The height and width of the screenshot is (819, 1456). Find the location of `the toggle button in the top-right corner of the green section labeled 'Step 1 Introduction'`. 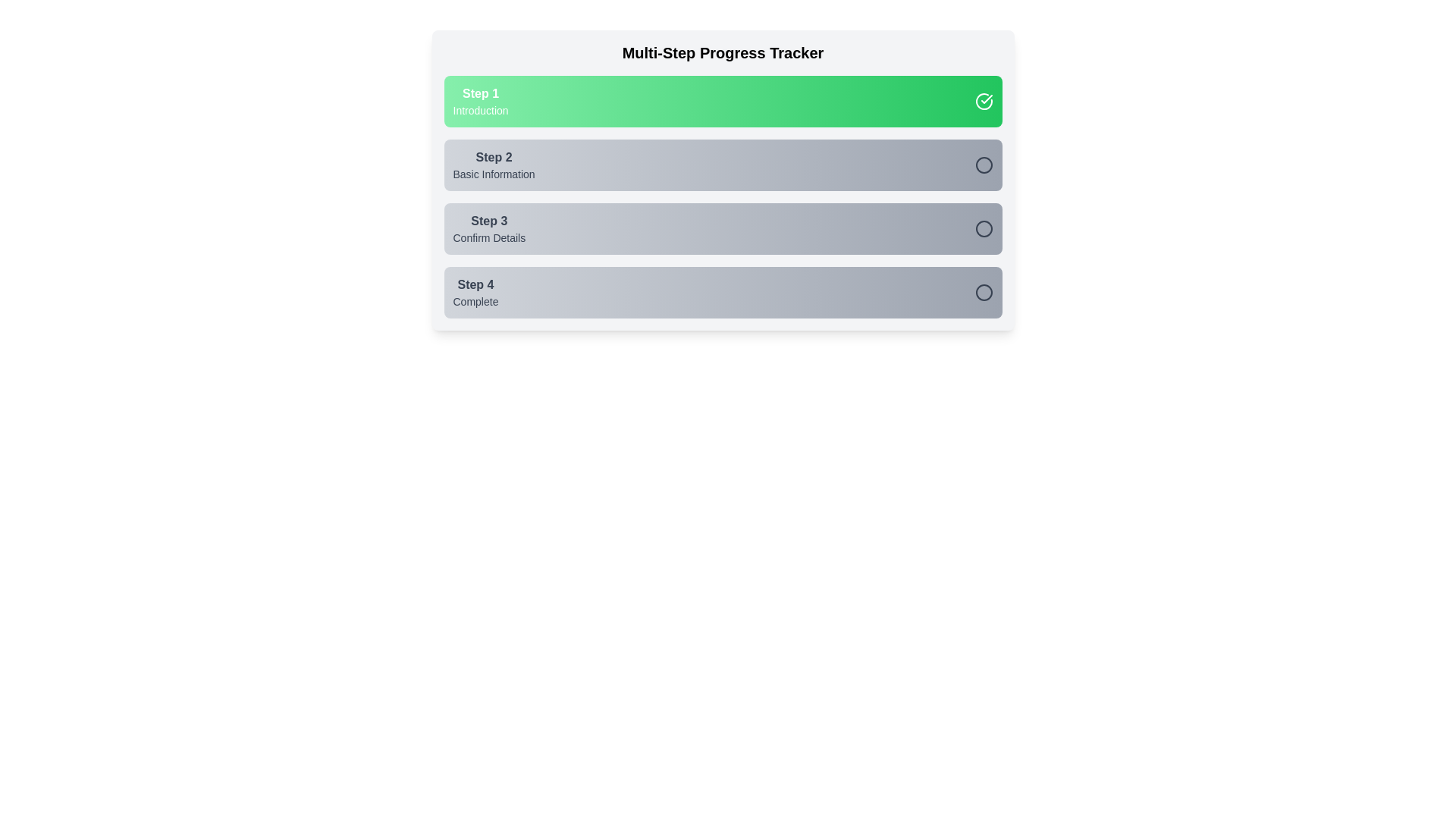

the toggle button in the top-right corner of the green section labeled 'Step 1 Introduction' is located at coordinates (984, 102).